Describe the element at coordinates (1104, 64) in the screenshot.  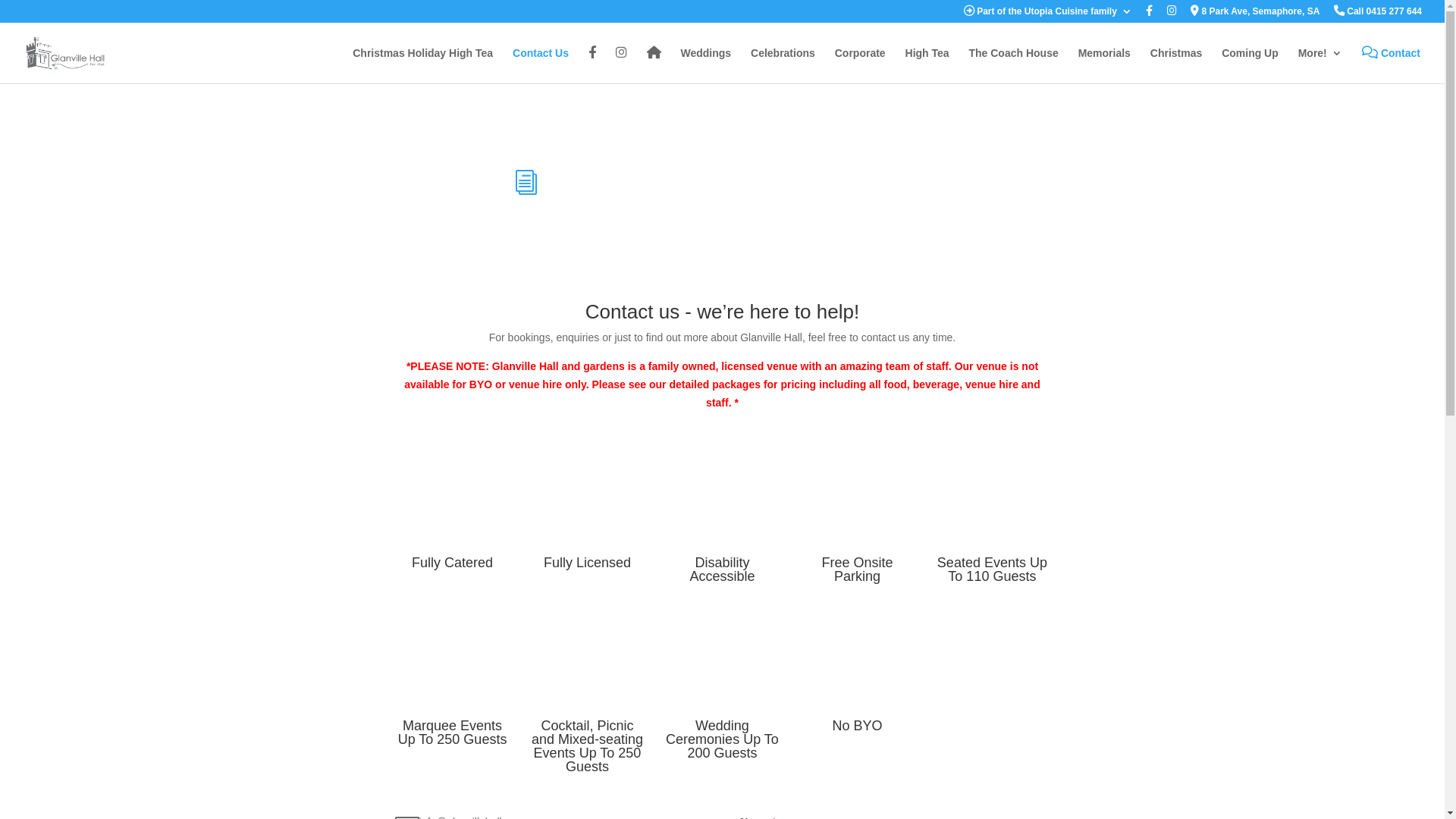
I see `'Memorials'` at that location.